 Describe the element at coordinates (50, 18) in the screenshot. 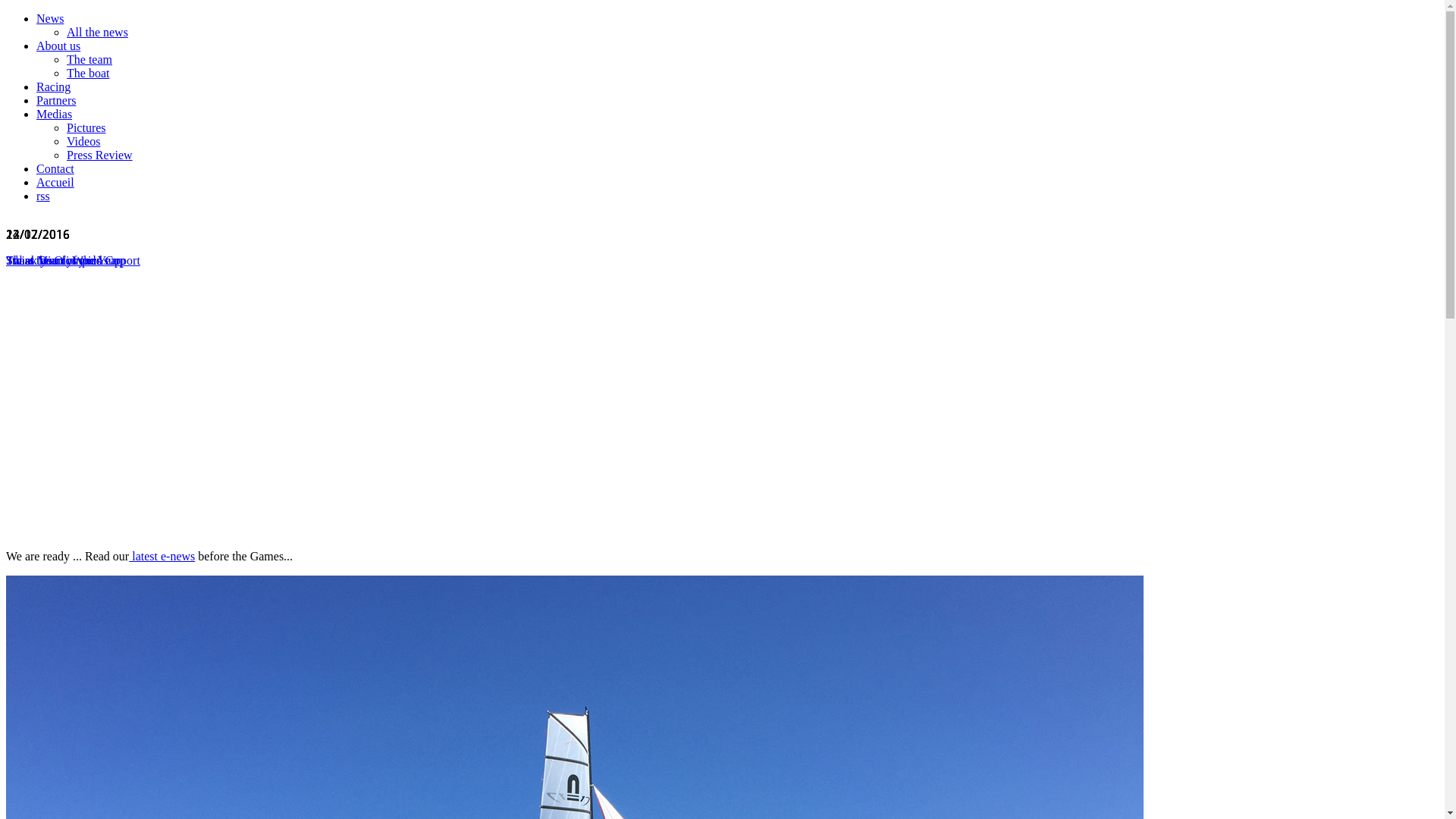

I see `'News'` at that location.